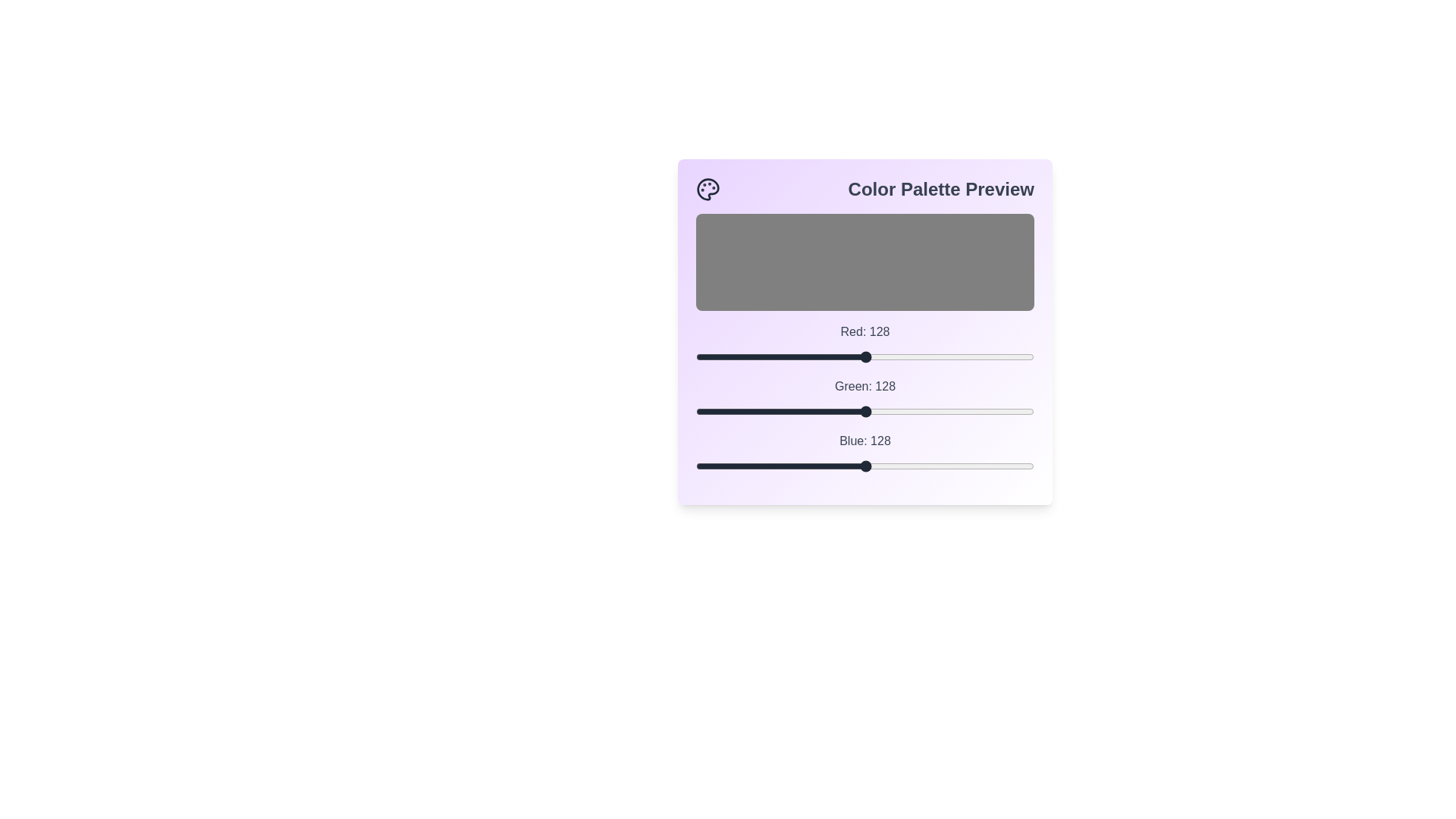 This screenshot has width=1456, height=819. I want to click on the green color value, so click(963, 412).